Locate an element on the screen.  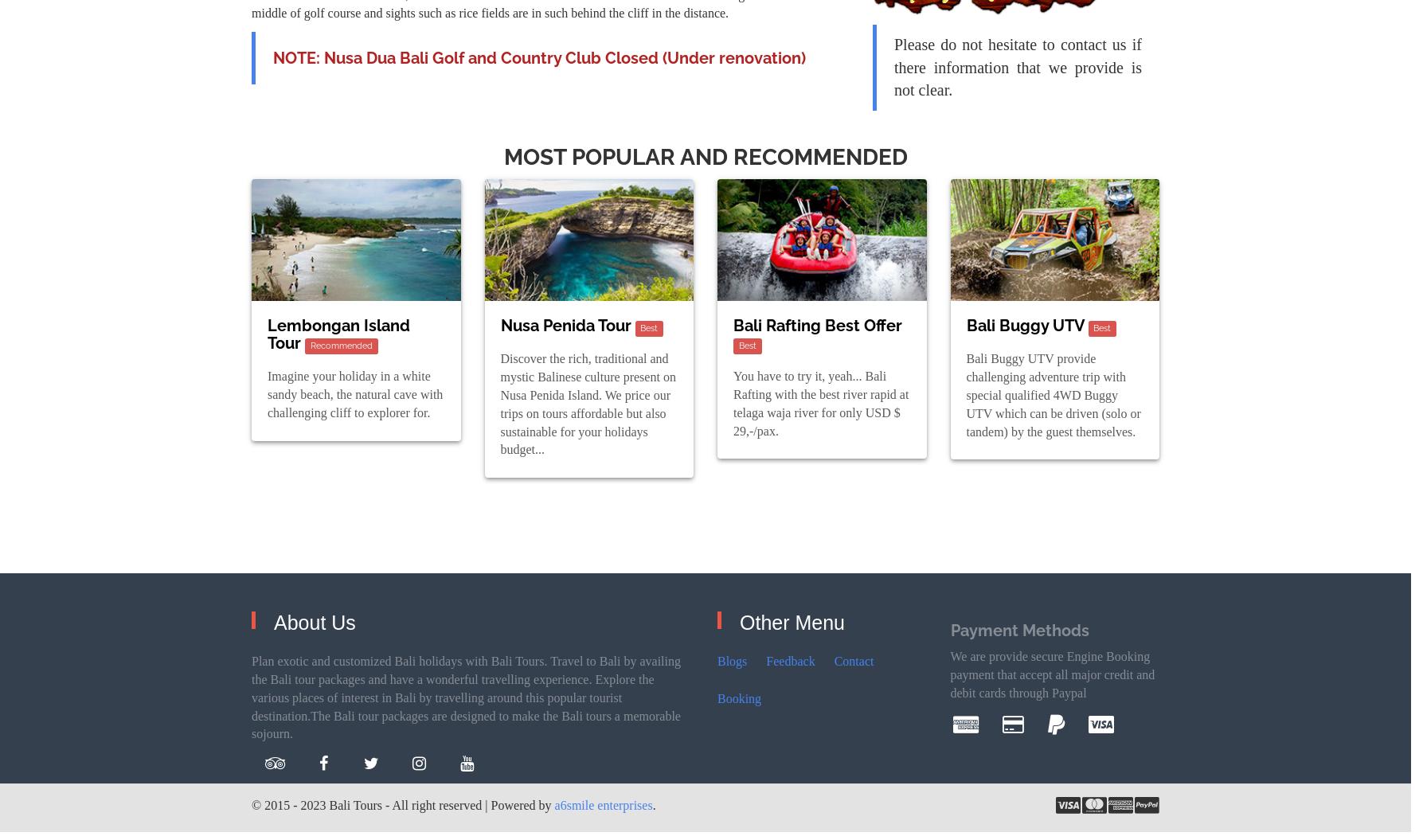
'Other Menu' is located at coordinates (792, 621).